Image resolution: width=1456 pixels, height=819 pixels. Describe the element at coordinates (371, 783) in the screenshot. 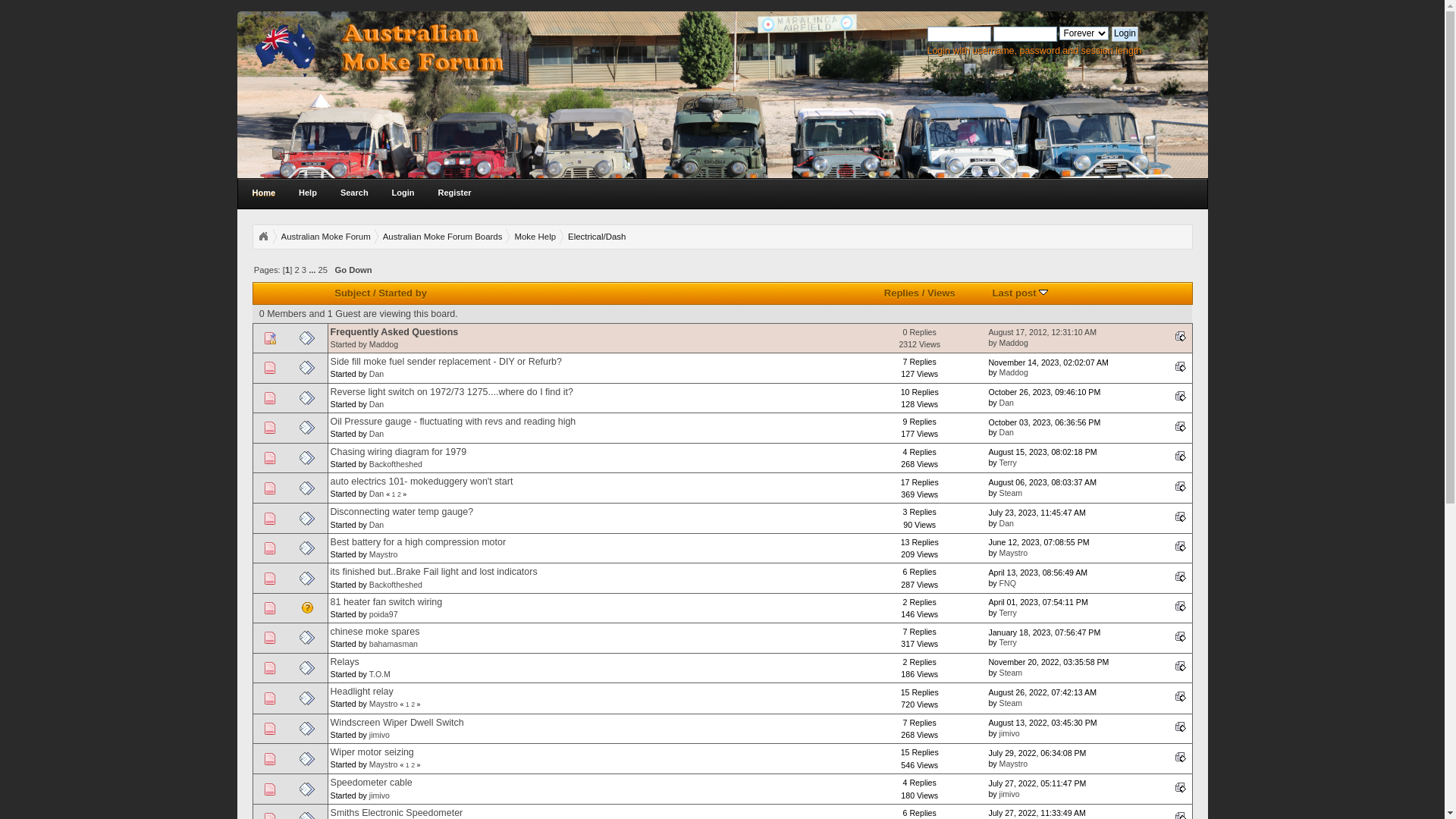

I see `'Speedometer cable'` at that location.